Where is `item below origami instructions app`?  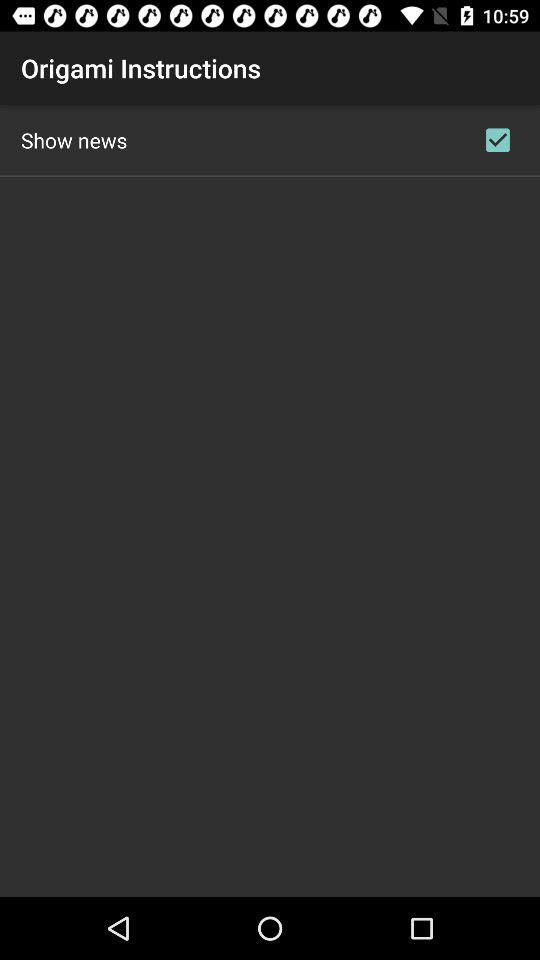
item below origami instructions app is located at coordinates (73, 139).